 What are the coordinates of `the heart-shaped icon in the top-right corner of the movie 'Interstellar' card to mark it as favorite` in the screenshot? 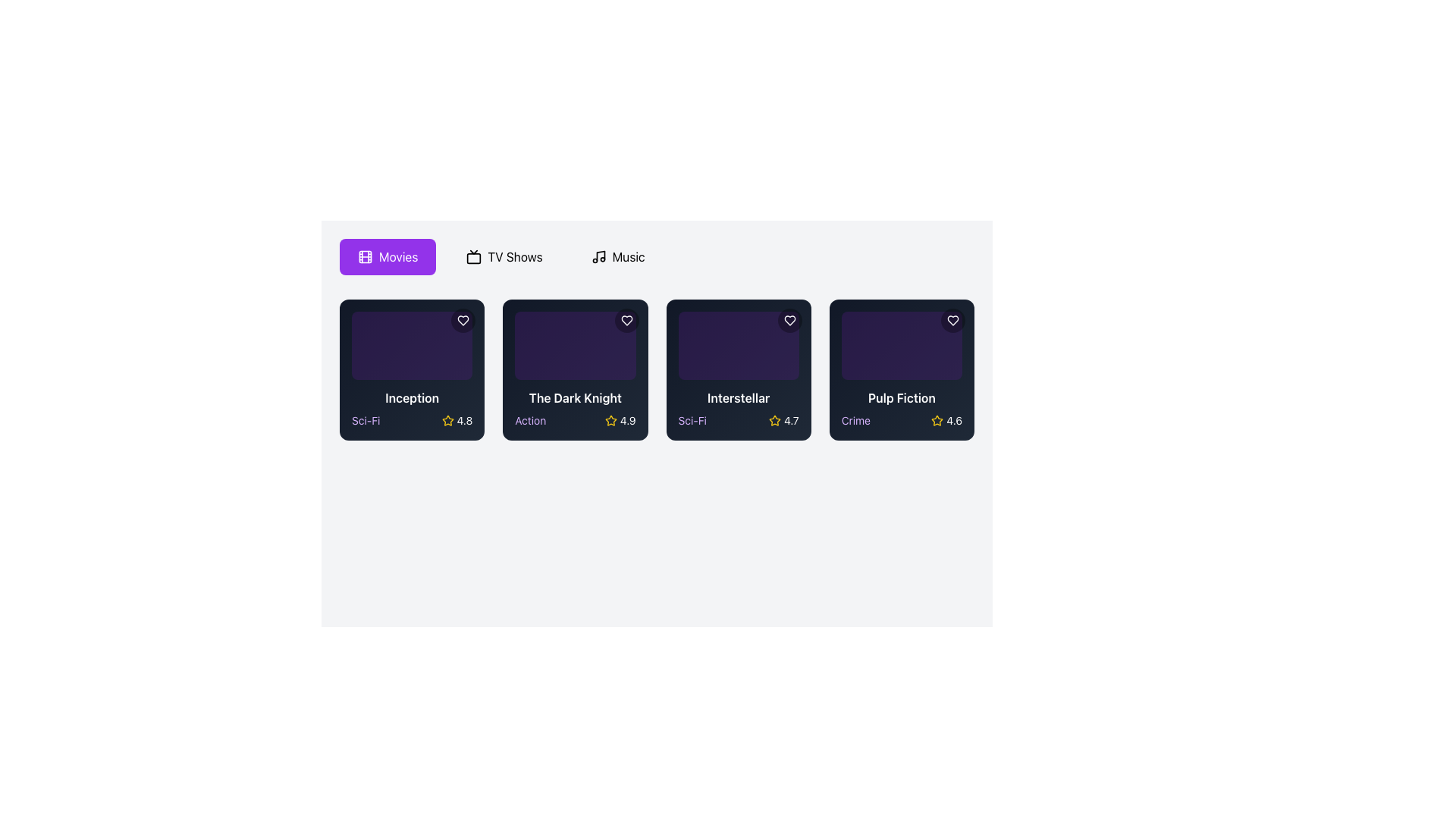 It's located at (789, 320).